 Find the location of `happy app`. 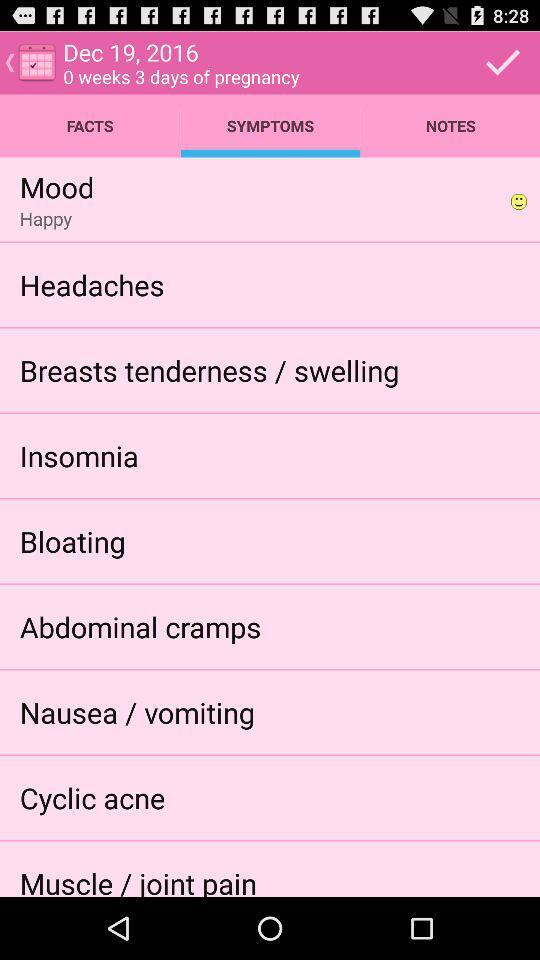

happy app is located at coordinates (45, 218).